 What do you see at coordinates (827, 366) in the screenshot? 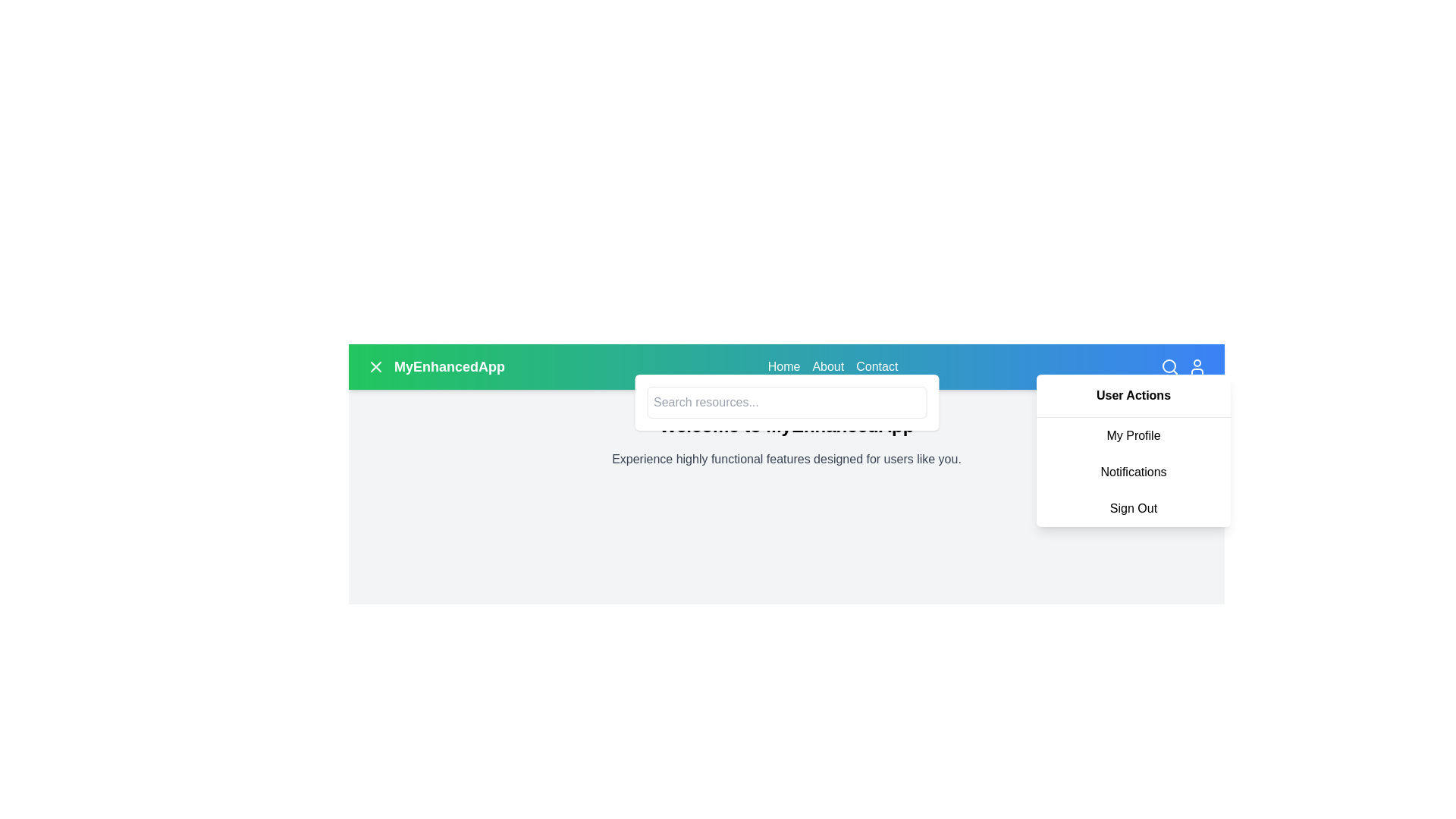
I see `the 'About' hyperlink located in the navigation bar, which is the second link between 'Home' and 'Contact'` at bounding box center [827, 366].